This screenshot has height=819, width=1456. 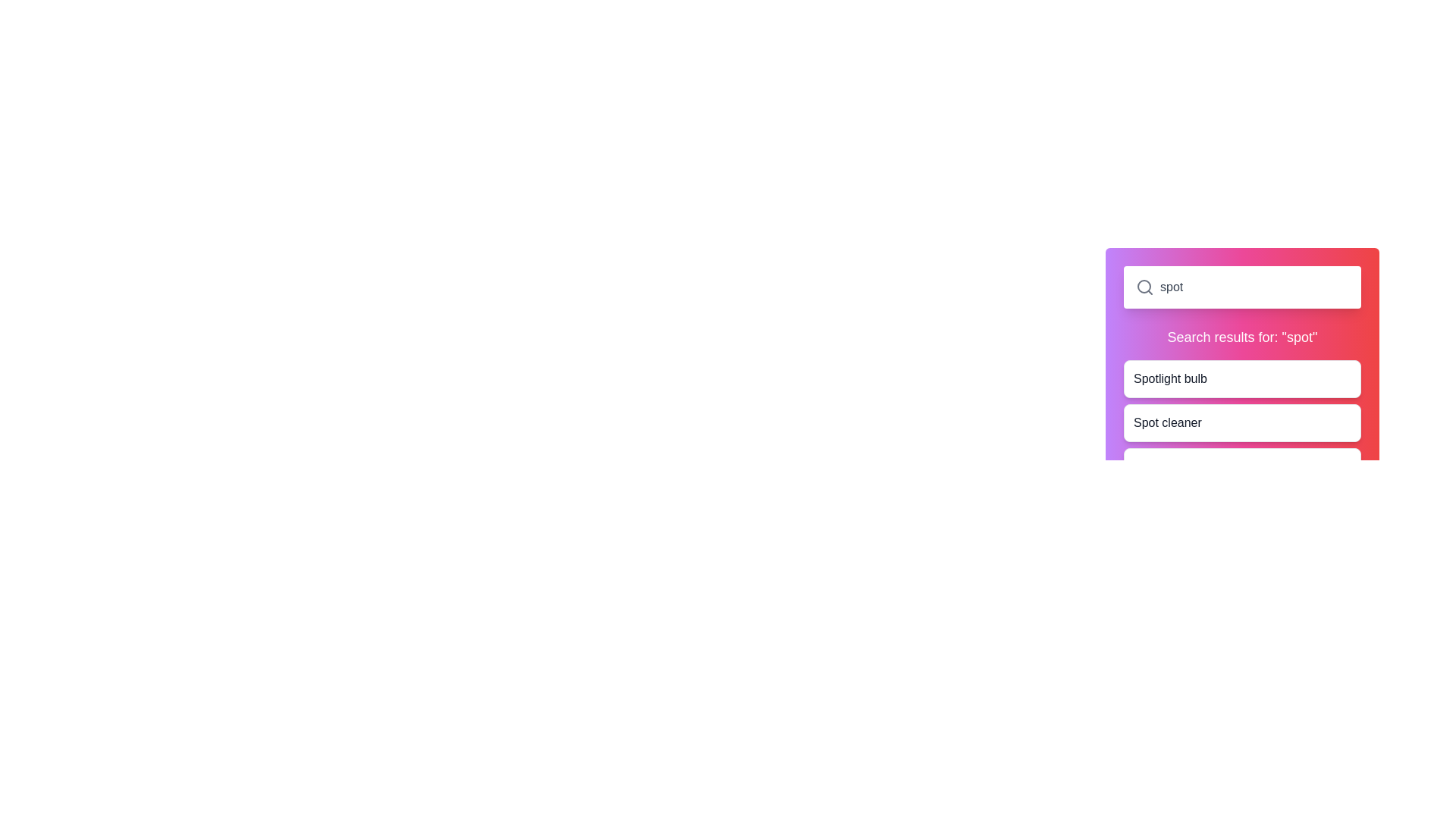 What do you see at coordinates (1144, 287) in the screenshot?
I see `the circular SVG element representing the lens of the magnifying glass icon located inside the search bar area to the left of the search field` at bounding box center [1144, 287].